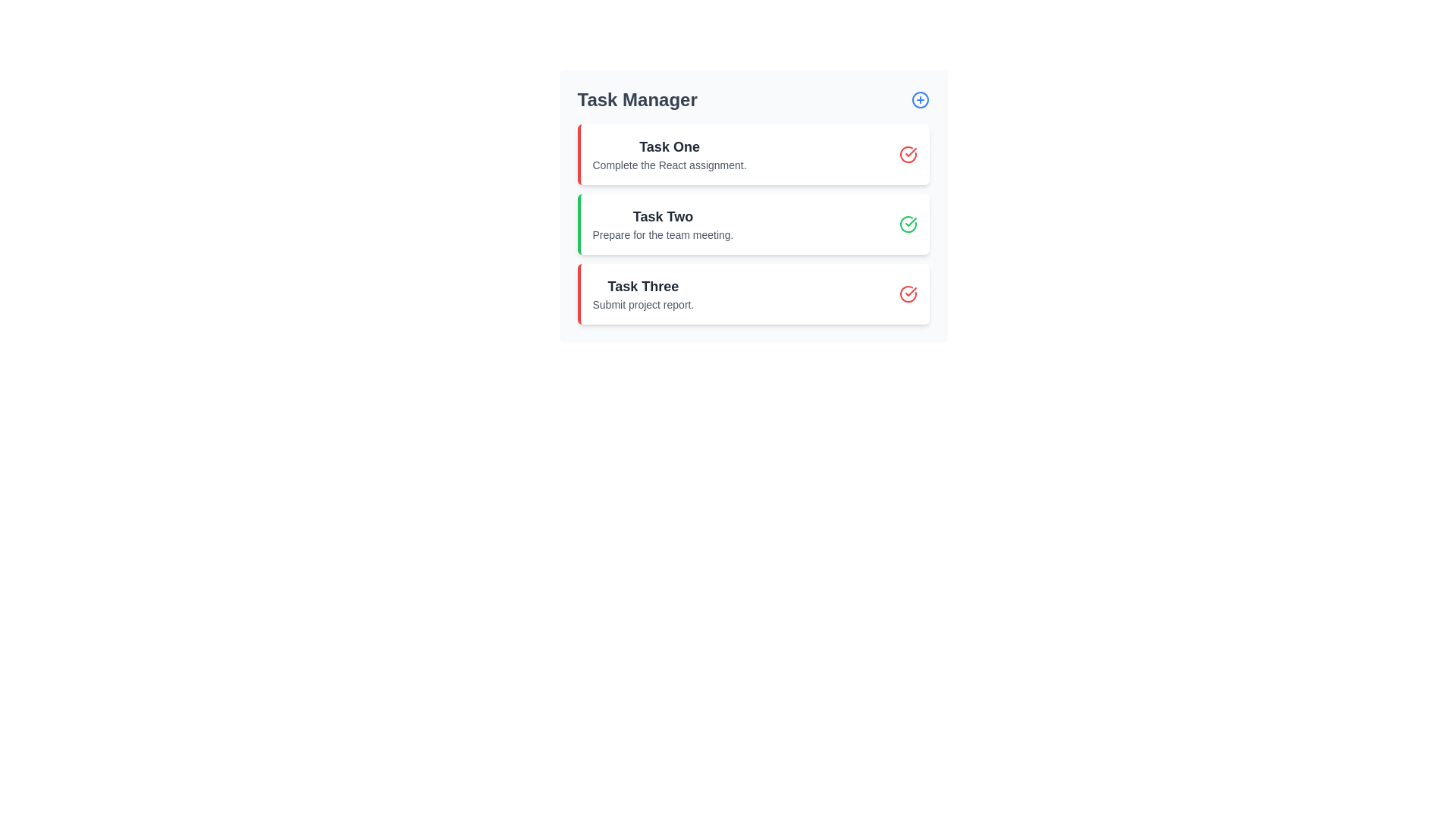 The height and width of the screenshot is (819, 1456). Describe the element at coordinates (919, 99) in the screenshot. I see `the action button located in the top-right corner of the 'Task Manager' panel header` at that location.